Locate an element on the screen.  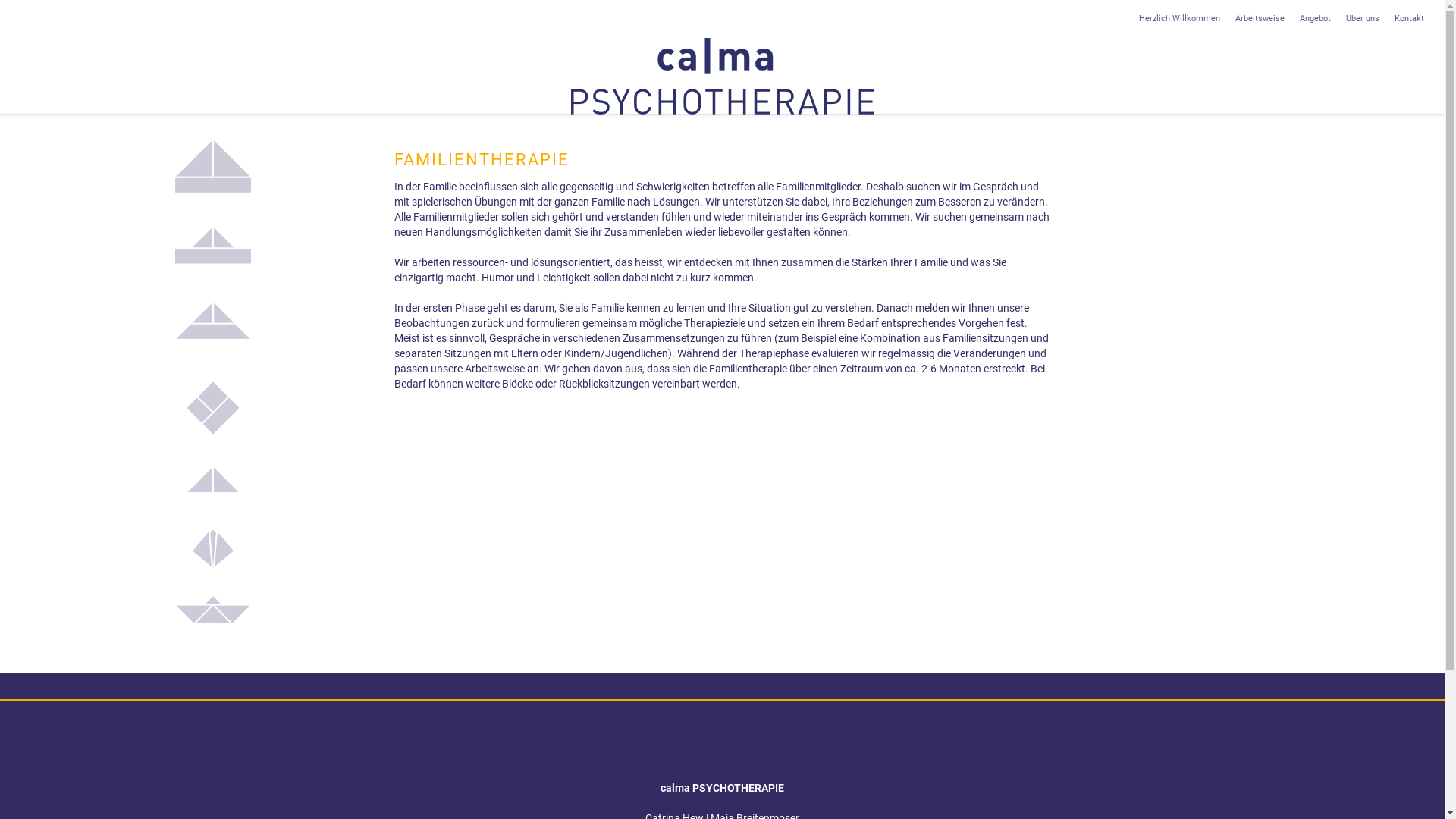
'Arbeitsweise' is located at coordinates (1259, 18).